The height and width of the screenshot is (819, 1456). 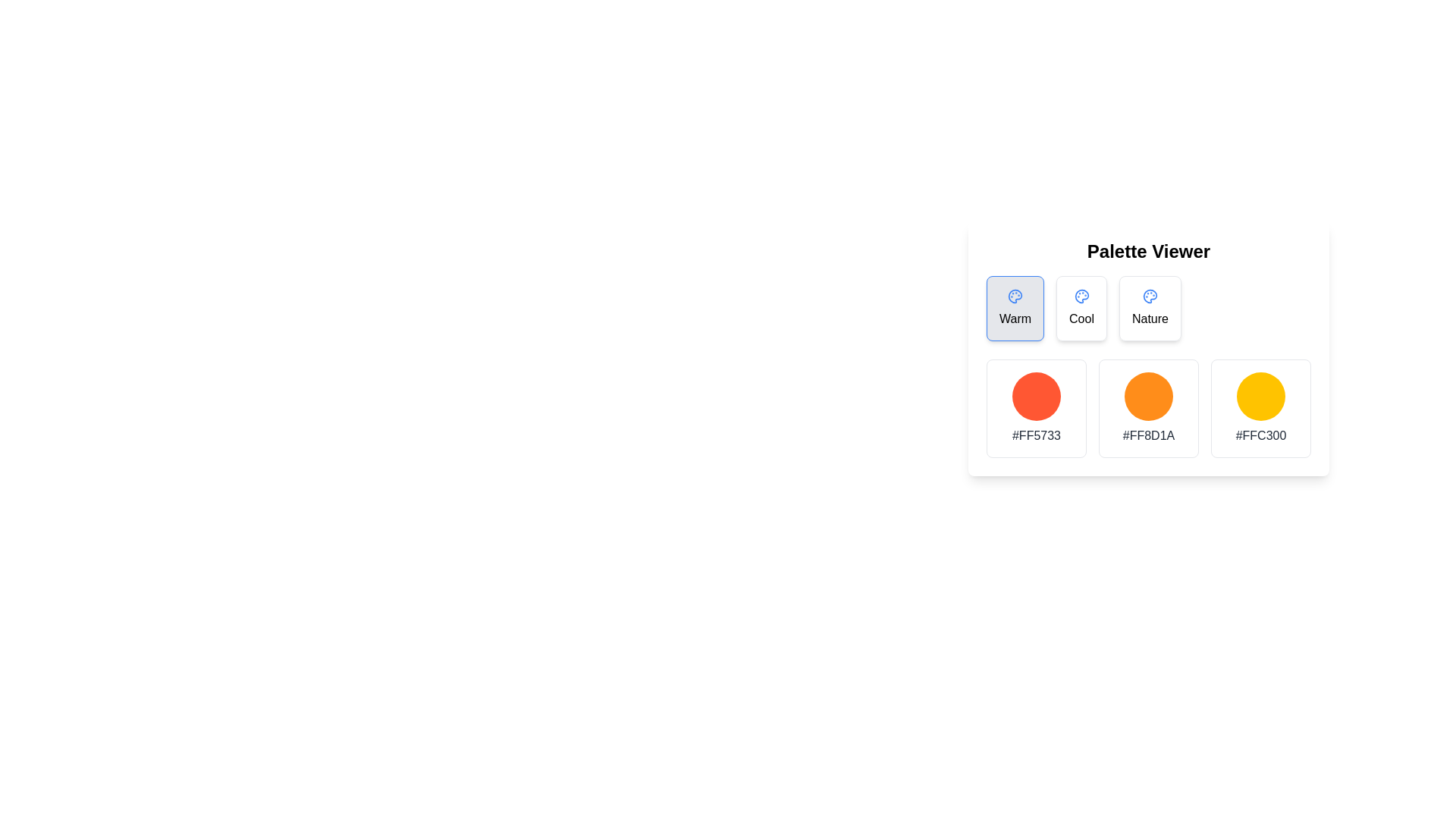 What do you see at coordinates (1149, 250) in the screenshot?
I see `text label stating 'Palette Viewer' located at the top of the color palette options panel to understand the section's purpose` at bounding box center [1149, 250].